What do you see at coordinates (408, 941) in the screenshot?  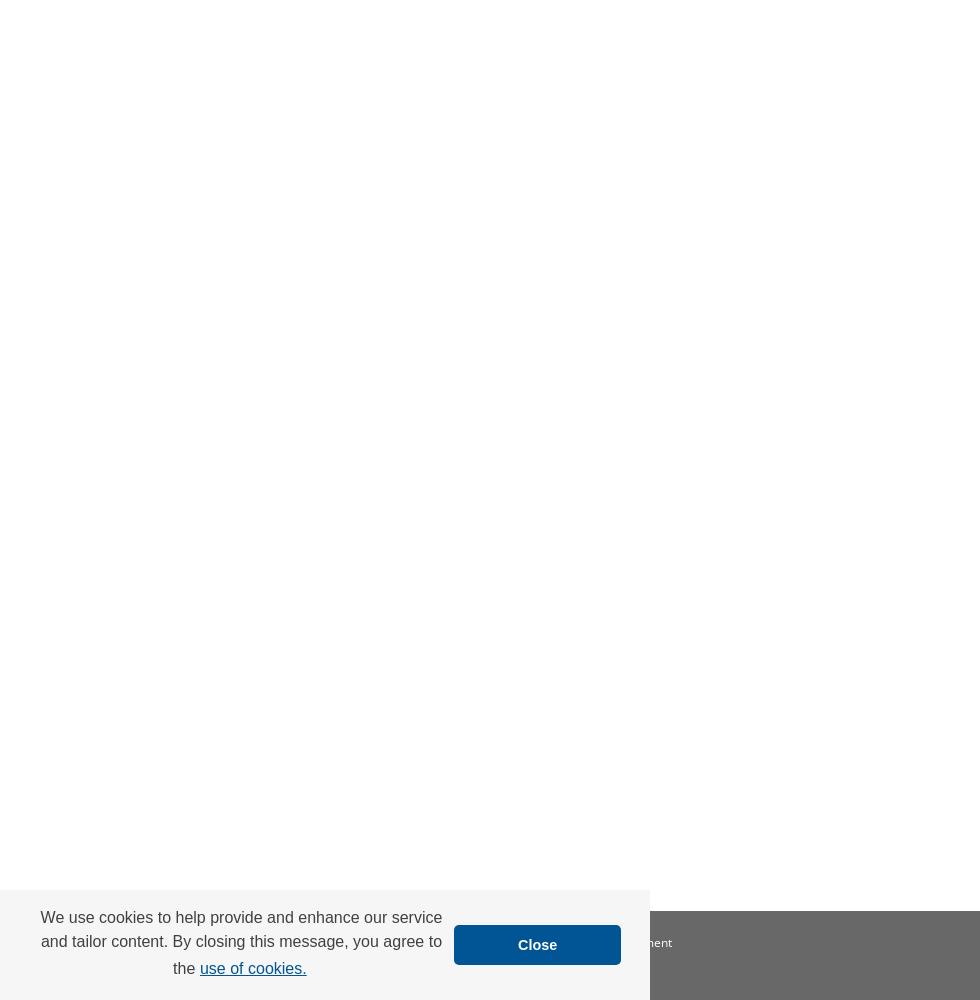 I see `'FAQ'` at bounding box center [408, 941].